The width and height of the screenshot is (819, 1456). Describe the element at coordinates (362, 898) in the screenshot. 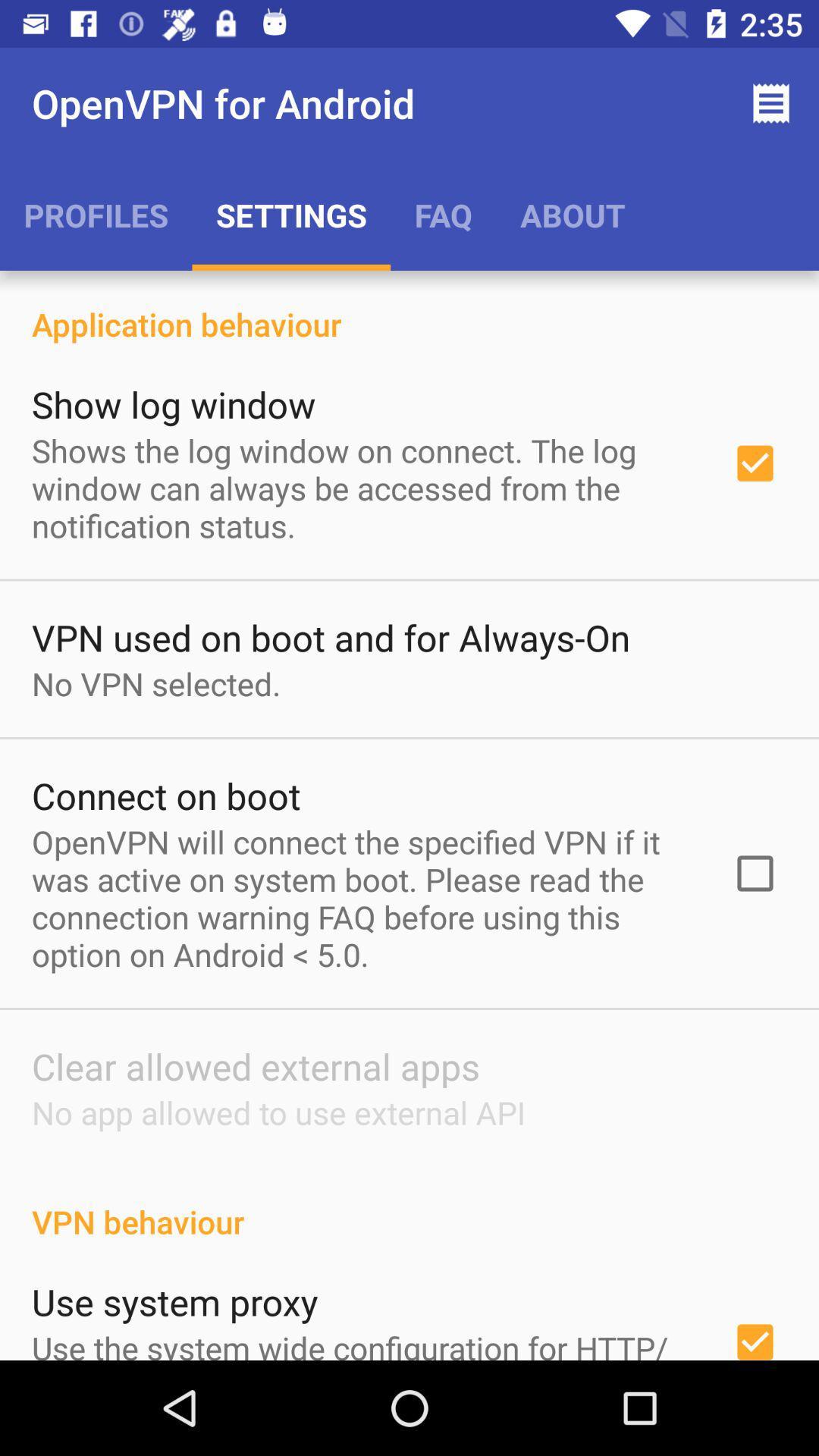

I see `icon above clear allowed external item` at that location.